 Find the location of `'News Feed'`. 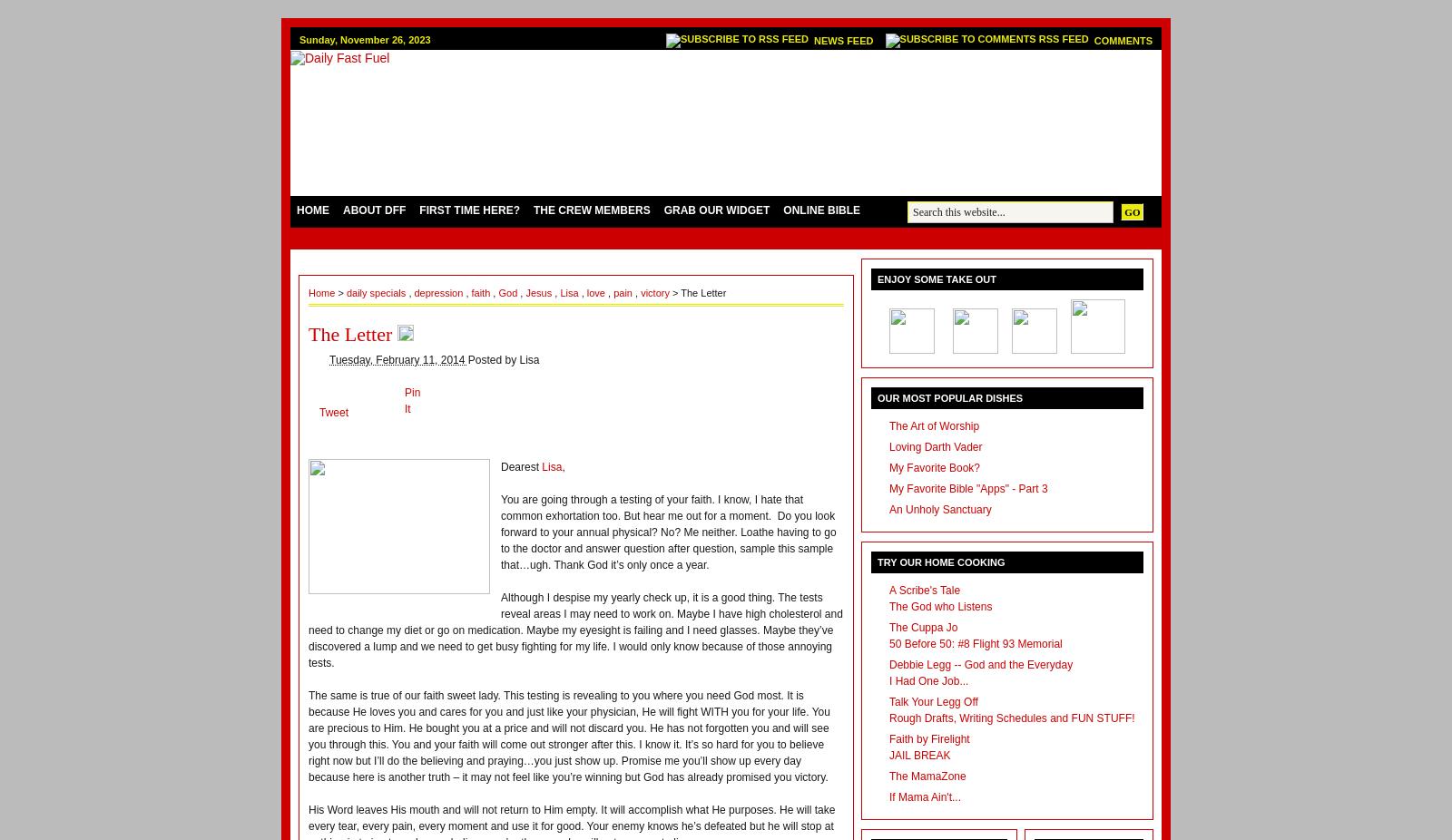

'News Feed' is located at coordinates (812, 40).